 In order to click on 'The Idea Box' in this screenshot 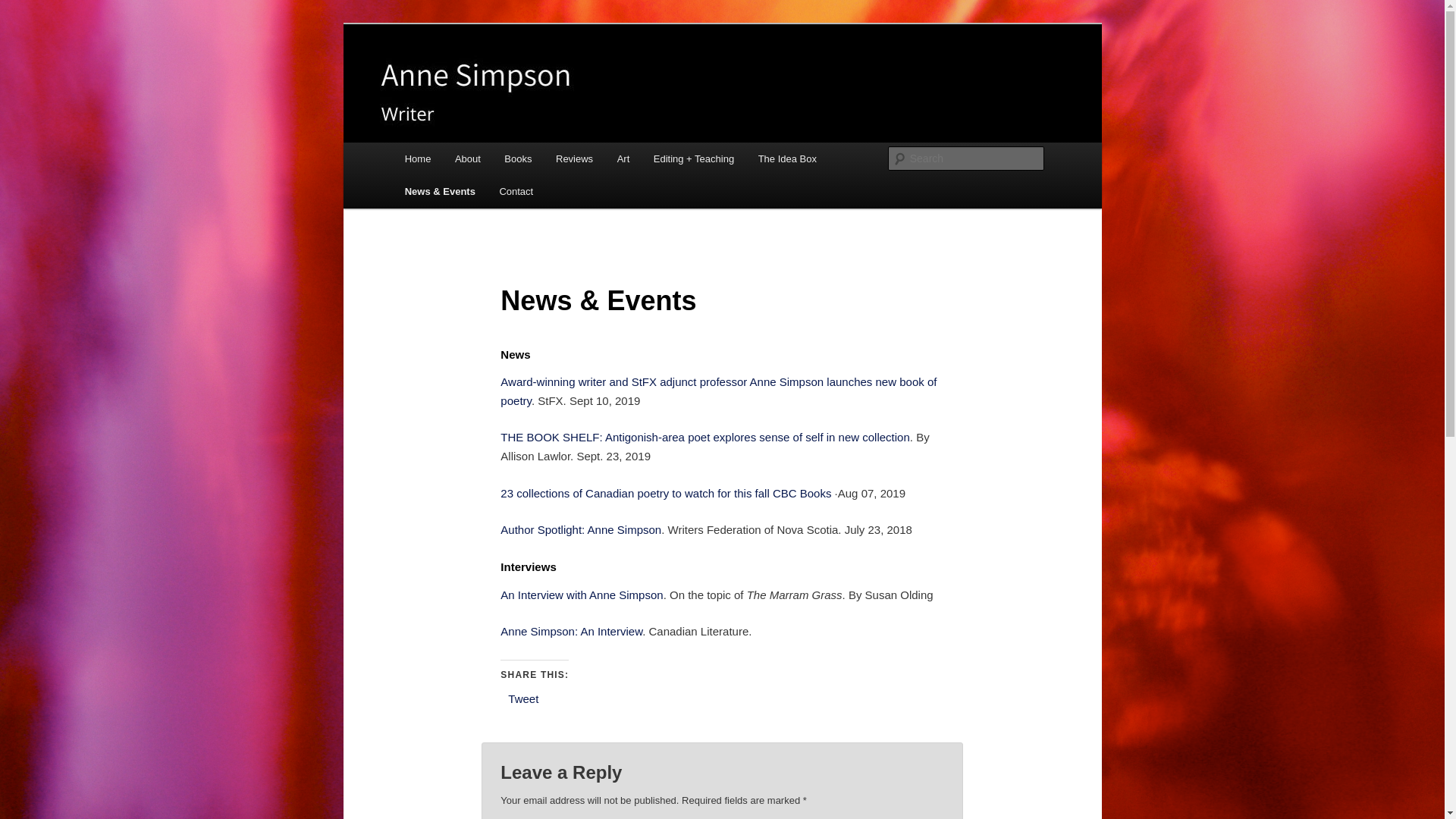, I will do `click(787, 158)`.